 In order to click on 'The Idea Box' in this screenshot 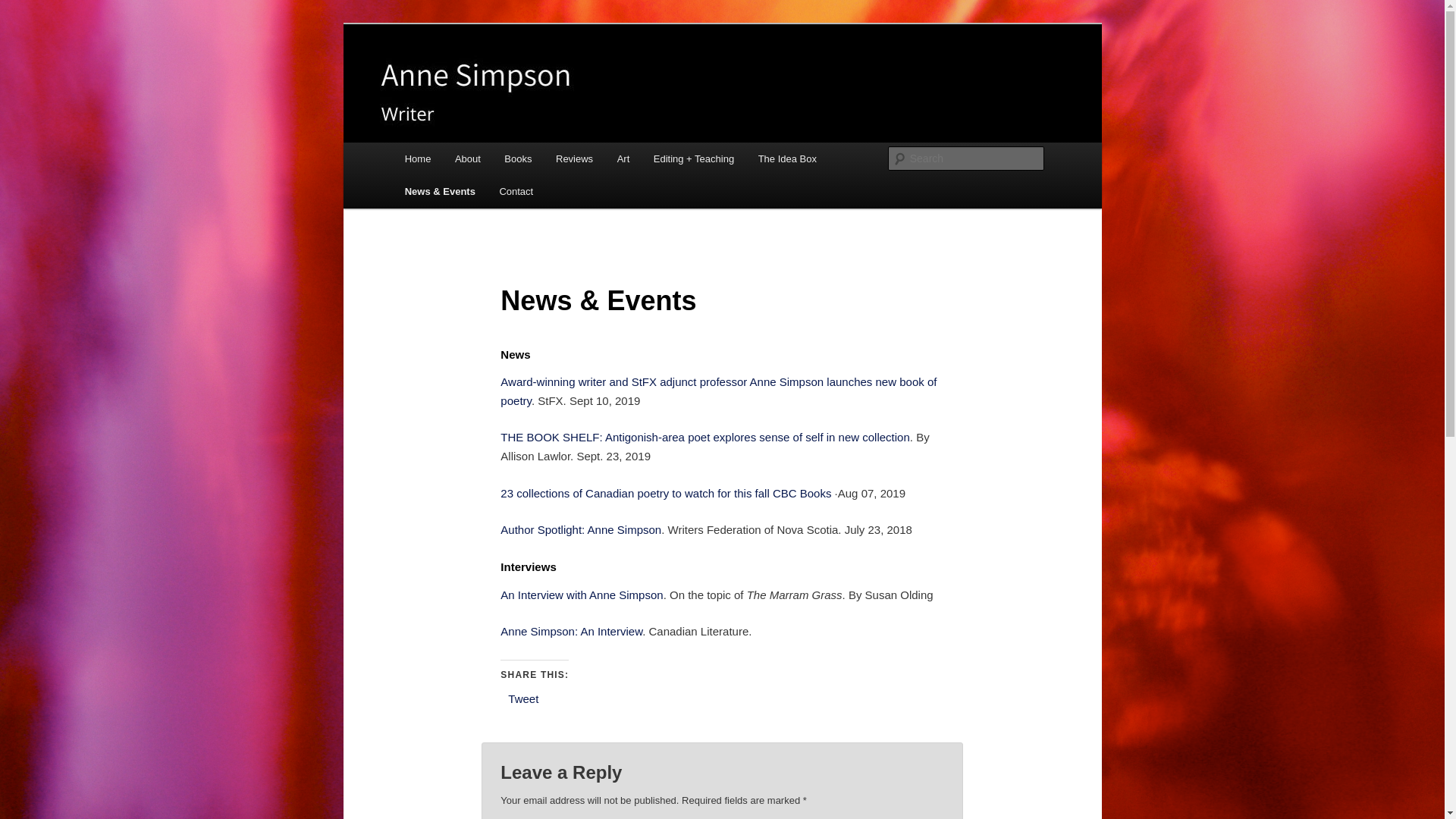, I will do `click(787, 158)`.